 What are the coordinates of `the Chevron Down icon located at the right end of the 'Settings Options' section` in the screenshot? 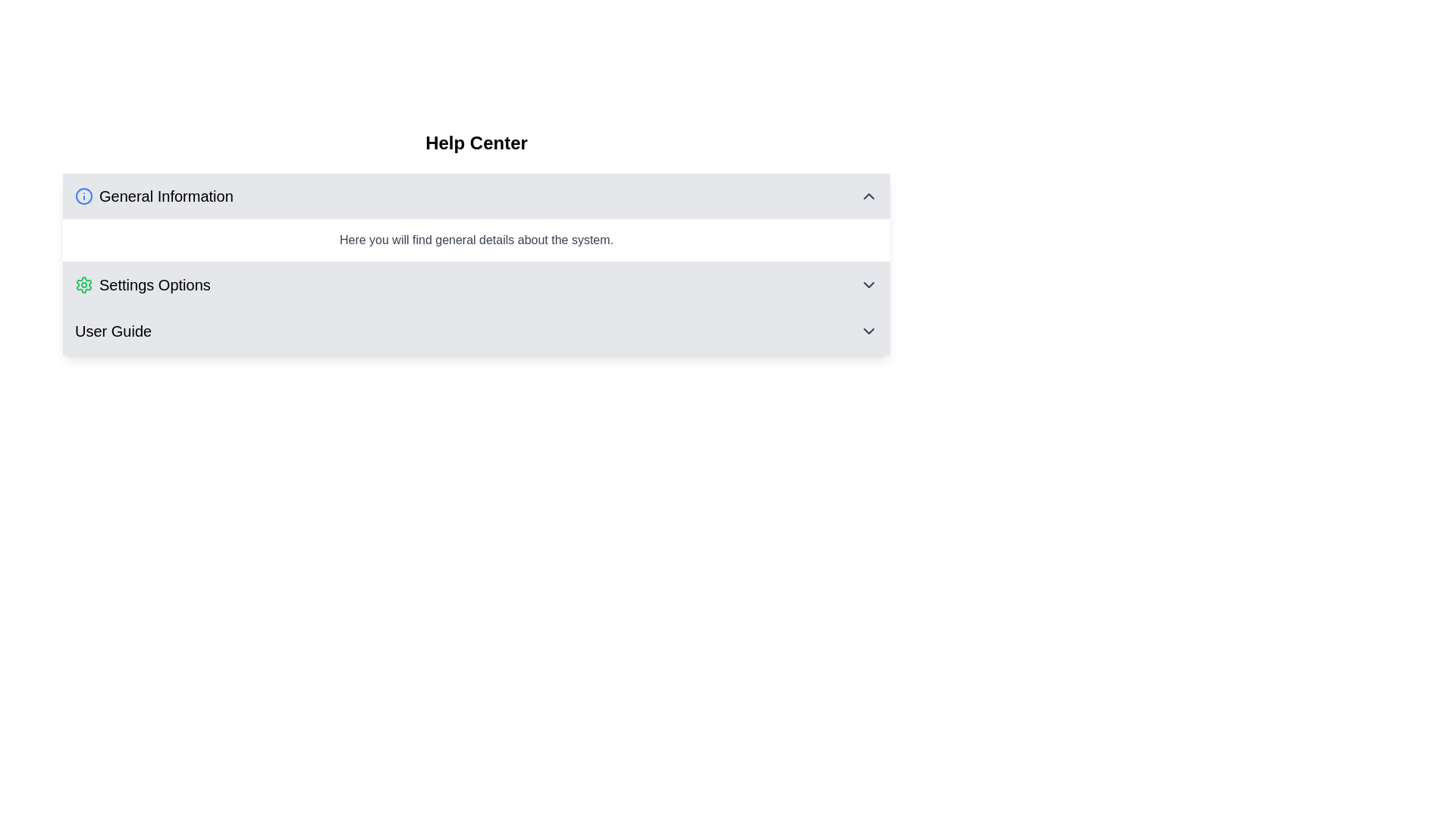 It's located at (869, 284).